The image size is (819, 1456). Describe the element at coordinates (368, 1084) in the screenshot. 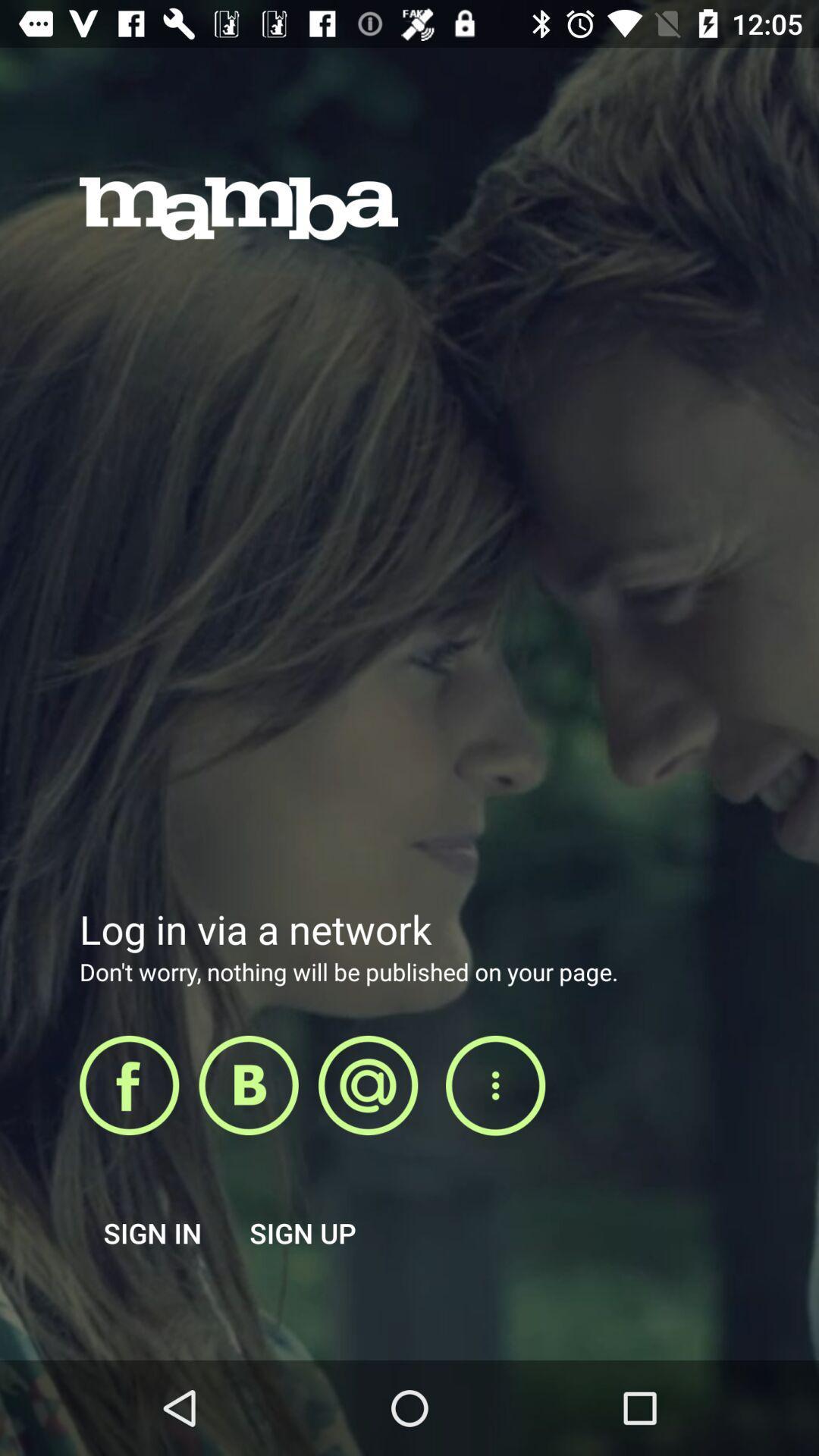

I see `login with email` at that location.